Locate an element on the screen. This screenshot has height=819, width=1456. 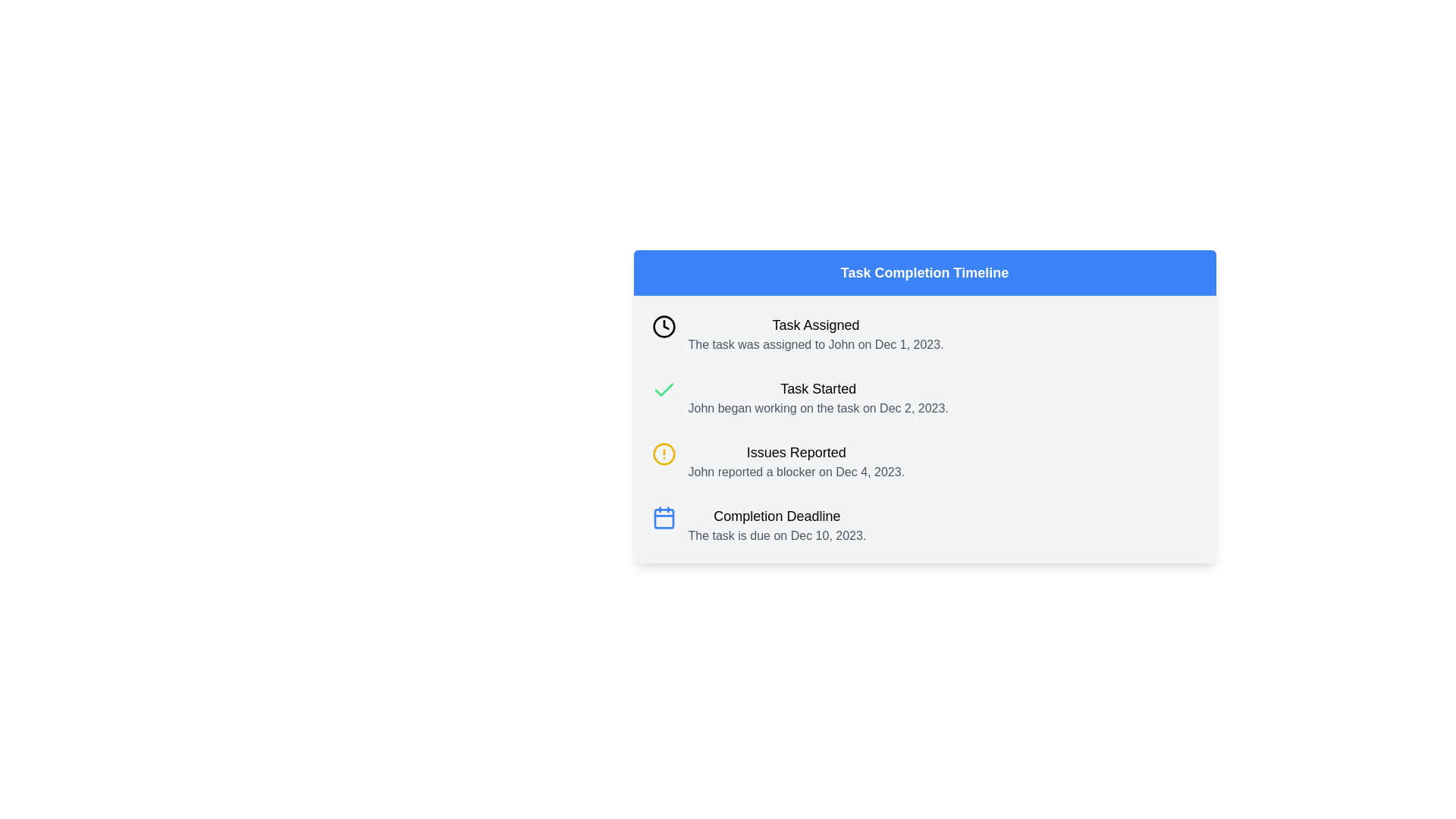
contents of the Information Panel titled 'Task Completion Timeline', which is centrally located within the viewport and contains subsections for 'Task Assigned', 'Task Started', 'Issues Reported', and 'Completion Deadline' is located at coordinates (924, 406).